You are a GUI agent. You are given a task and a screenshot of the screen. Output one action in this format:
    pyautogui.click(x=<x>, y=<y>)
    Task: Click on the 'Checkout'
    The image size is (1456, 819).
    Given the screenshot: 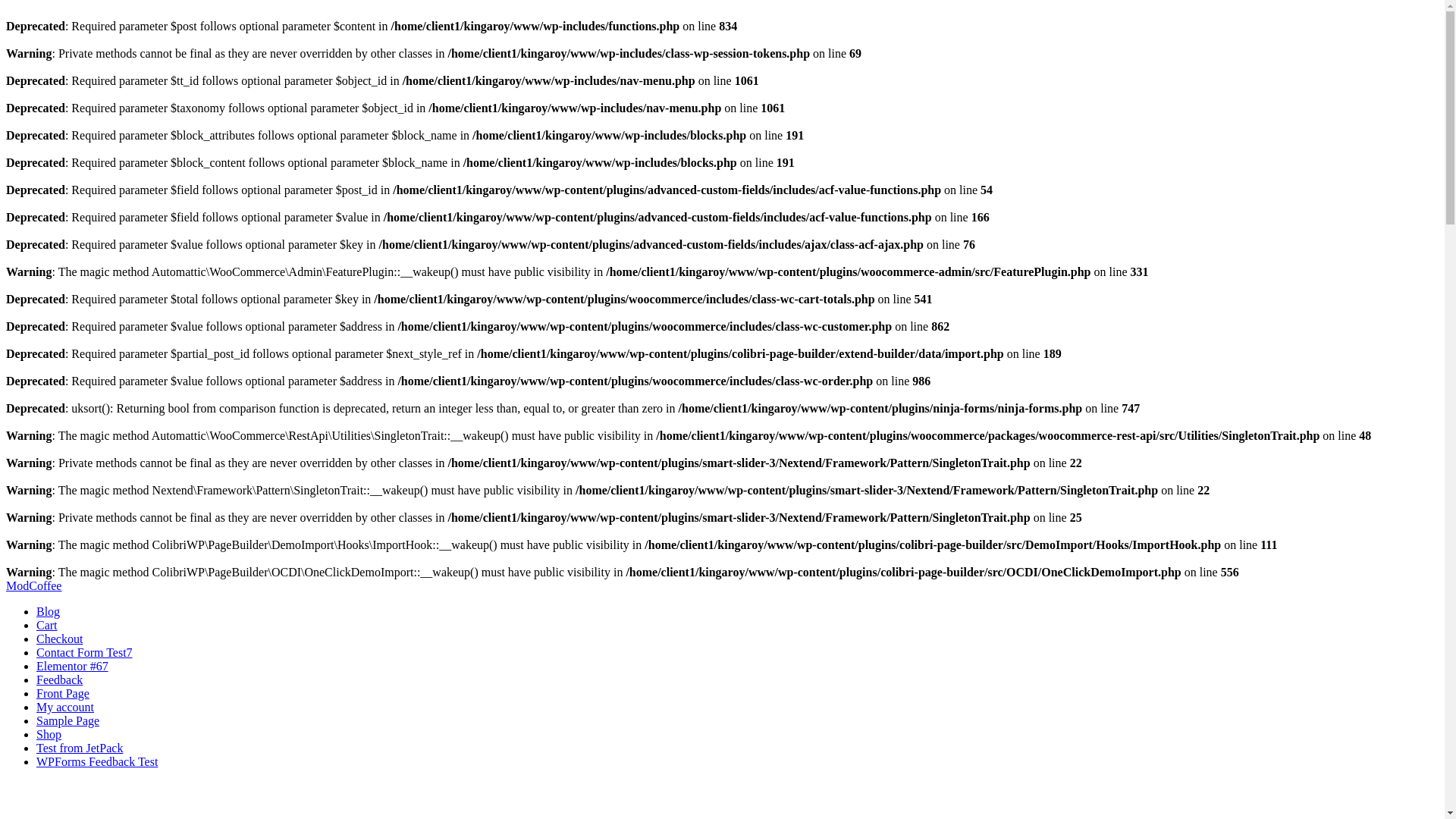 What is the action you would take?
    pyautogui.click(x=59, y=639)
    